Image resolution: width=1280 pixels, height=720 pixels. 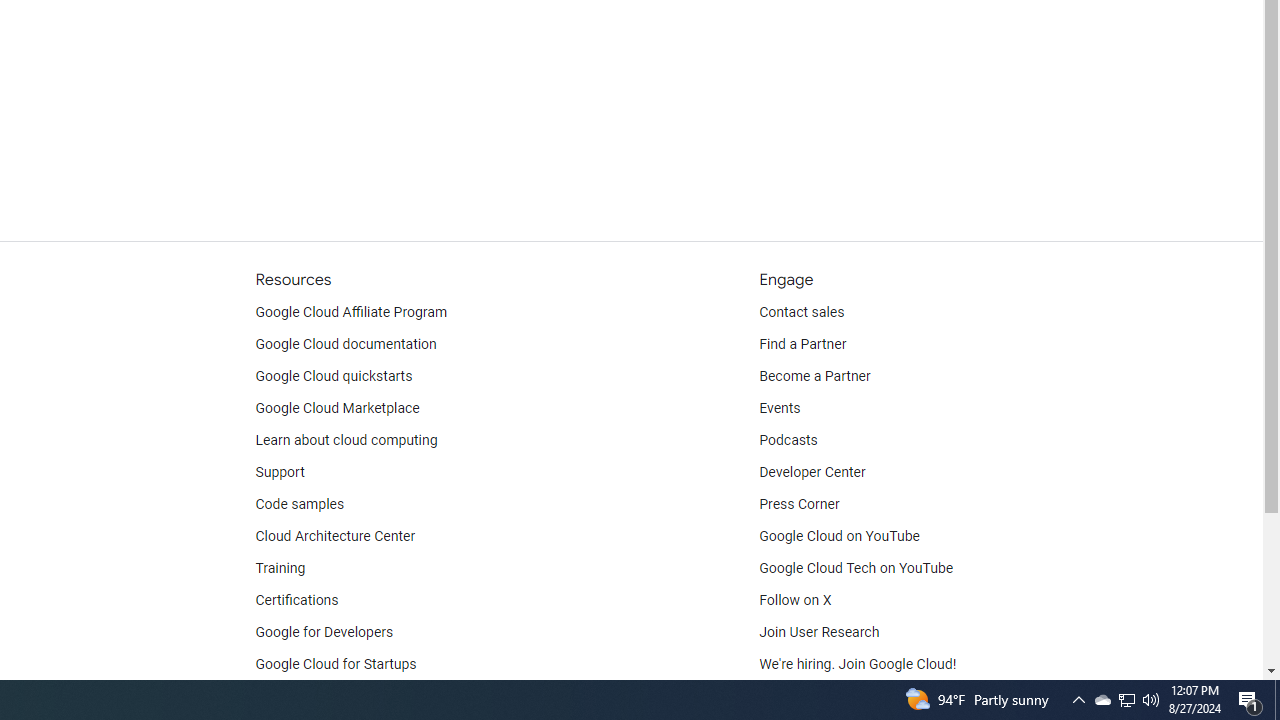 What do you see at coordinates (798, 504) in the screenshot?
I see `'Press Corner'` at bounding box center [798, 504].